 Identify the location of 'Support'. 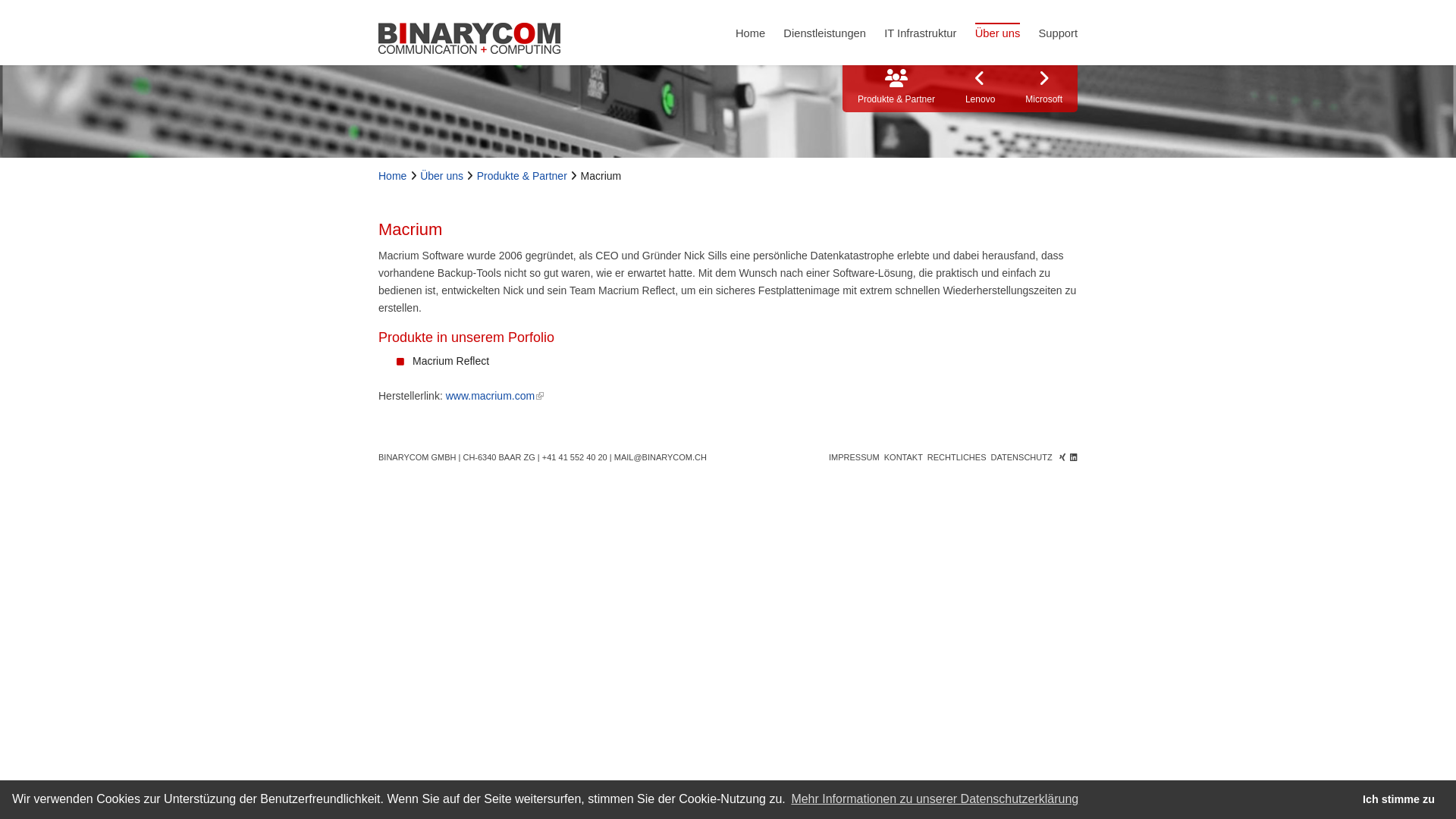
(1057, 32).